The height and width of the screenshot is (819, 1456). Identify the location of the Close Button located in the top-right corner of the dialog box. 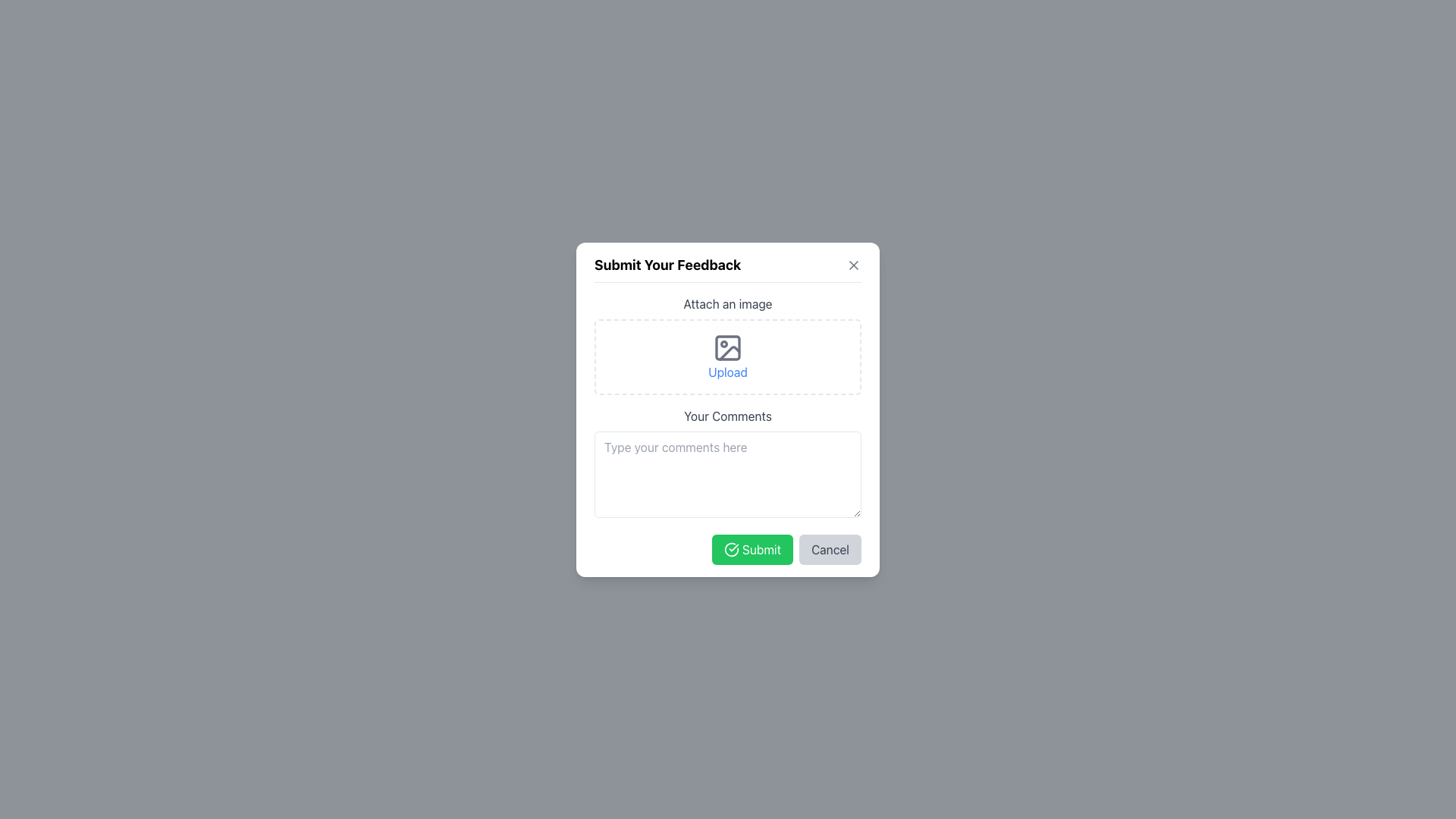
(854, 264).